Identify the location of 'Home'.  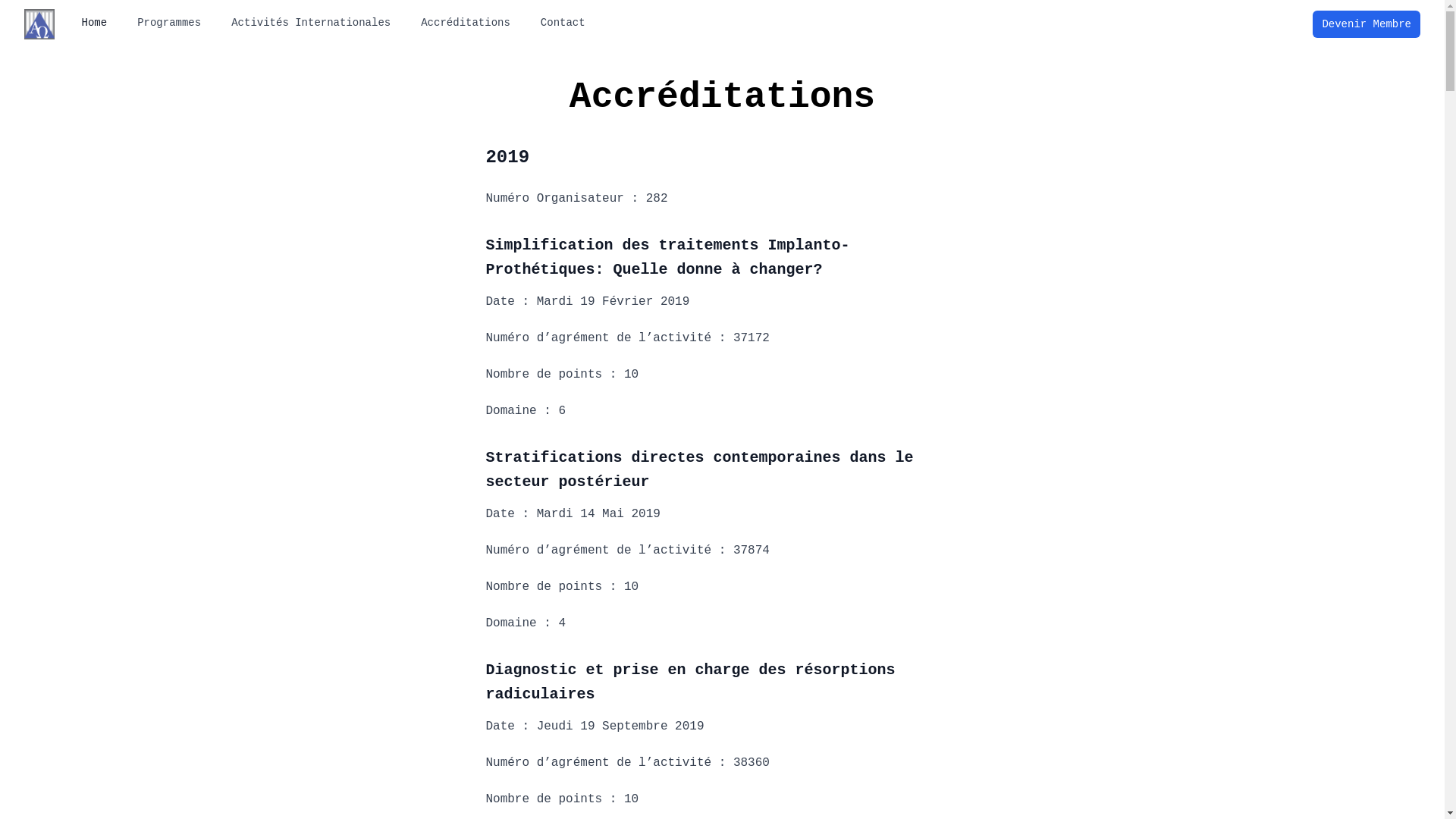
(72, 23).